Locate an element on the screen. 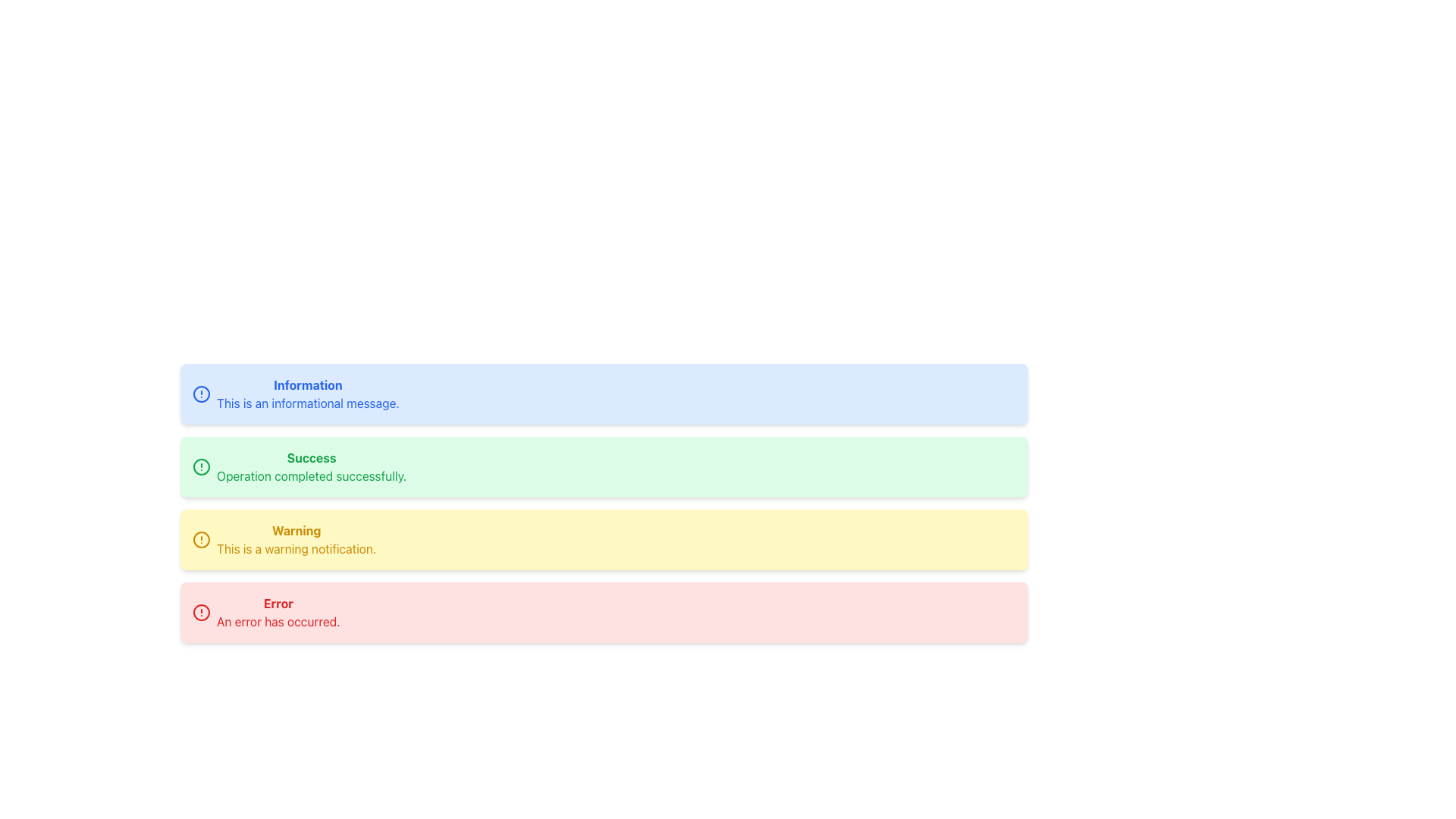 The width and height of the screenshot is (1456, 819). informational message labeled 'Information' that is styled with blue text on a light blue background in the first notification box is located at coordinates (307, 394).